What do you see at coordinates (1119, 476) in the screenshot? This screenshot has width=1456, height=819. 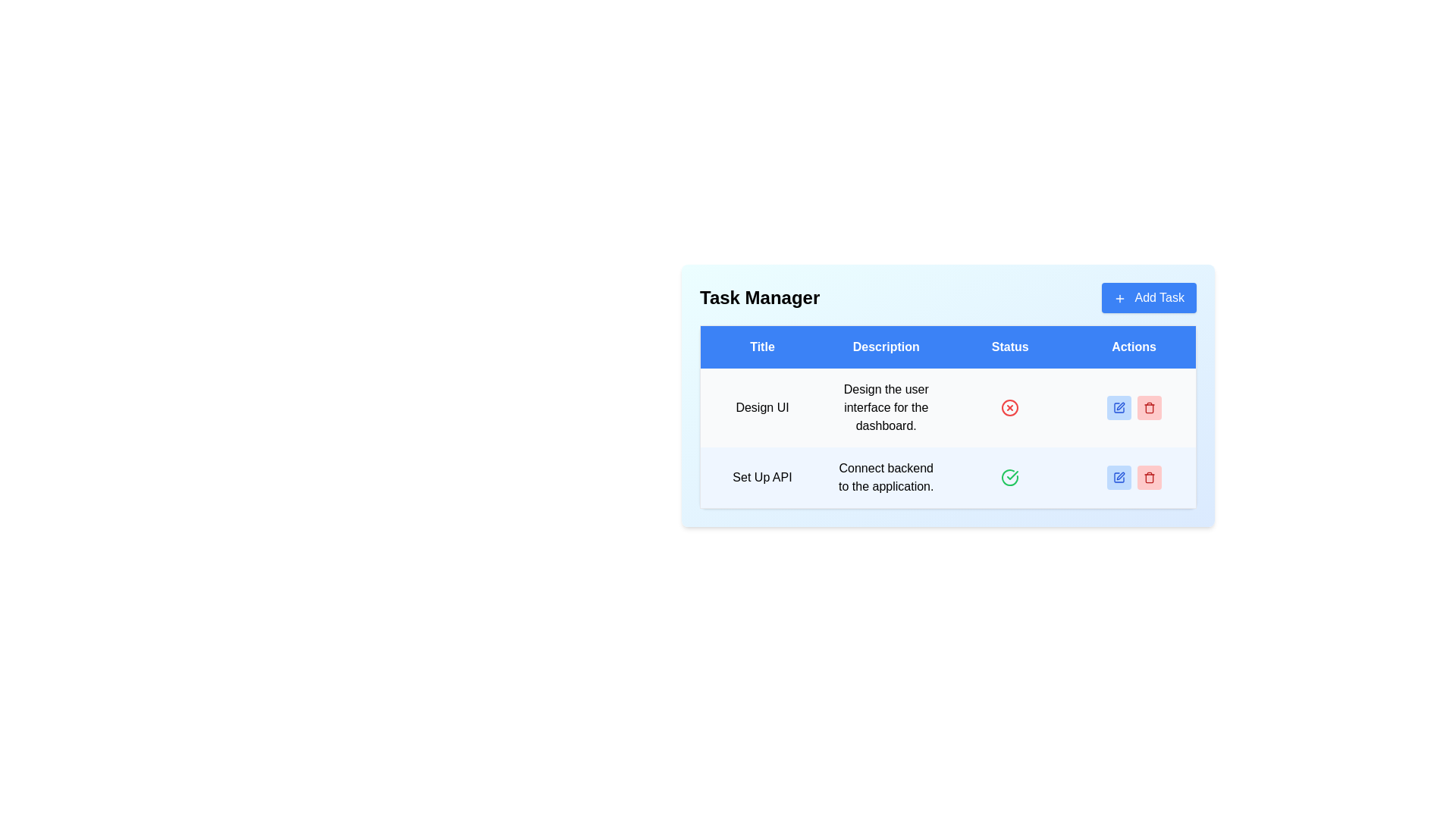 I see `the blue edit symbol icon in the Actions column of the second task row ('Set Up API') in the task manager interface` at bounding box center [1119, 476].